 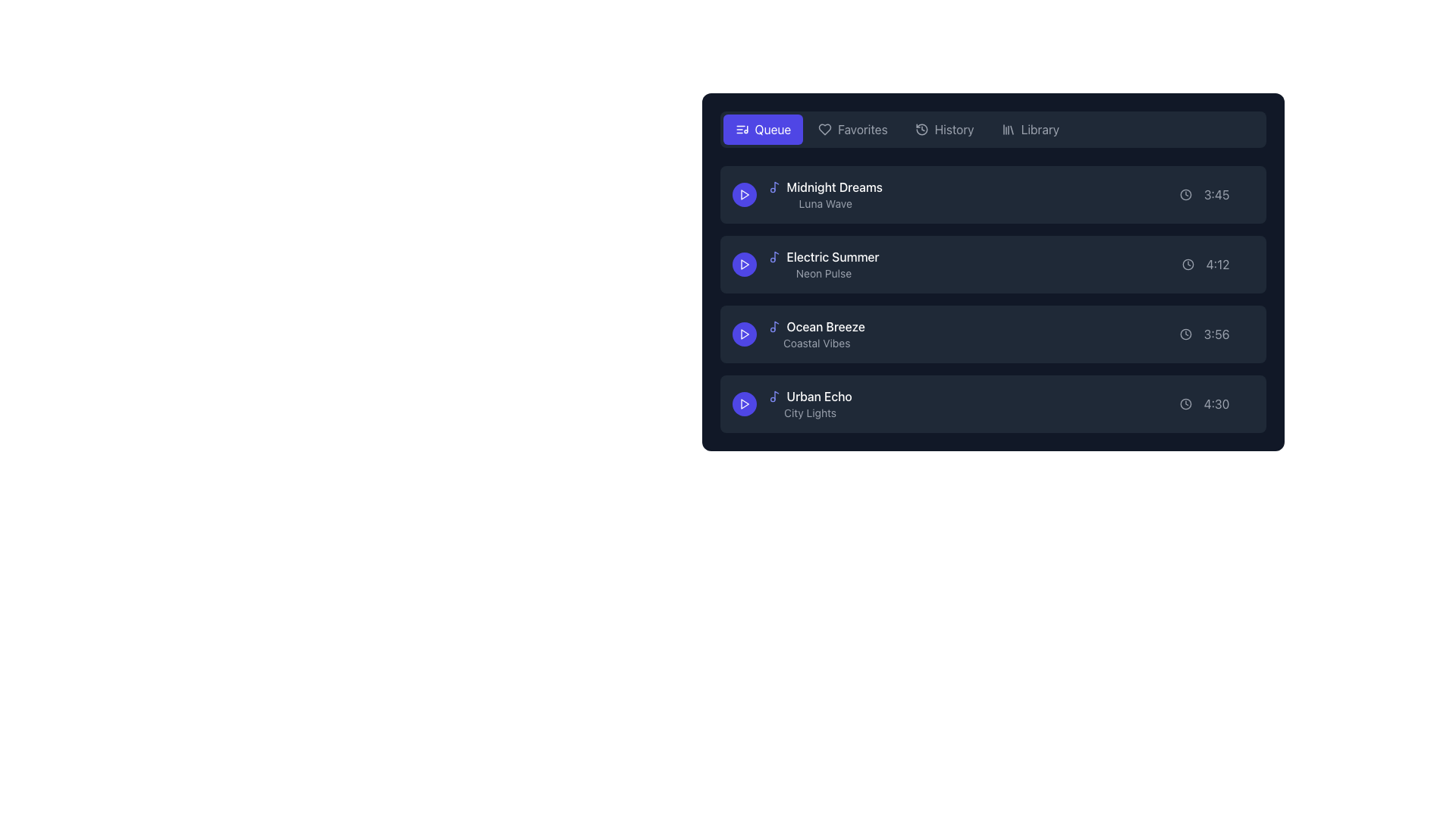 I want to click on the 'Ocean Breeze' play button, so click(x=744, y=333).